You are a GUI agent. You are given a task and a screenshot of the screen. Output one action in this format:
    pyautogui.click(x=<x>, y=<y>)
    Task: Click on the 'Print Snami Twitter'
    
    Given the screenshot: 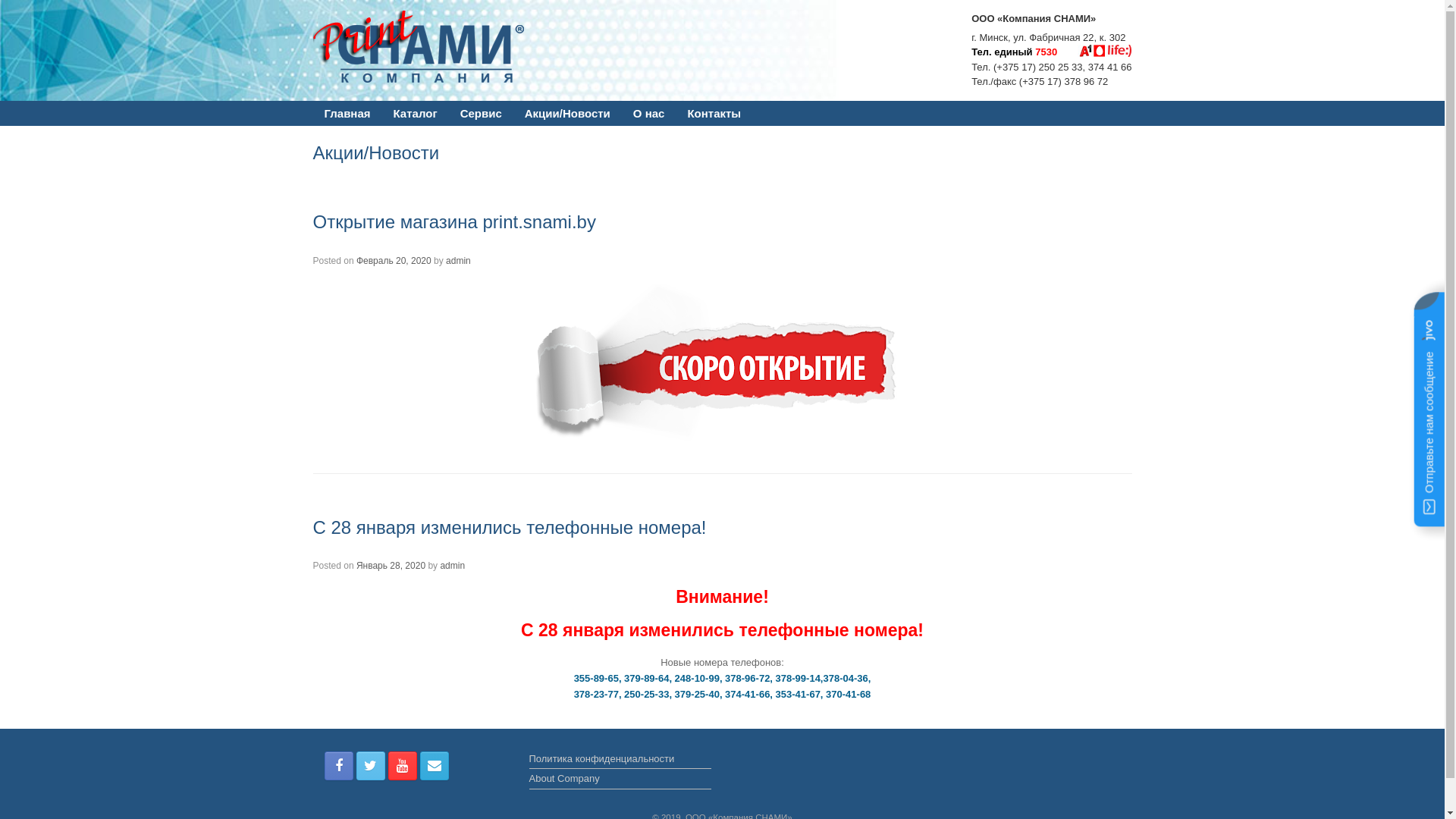 What is the action you would take?
    pyautogui.click(x=371, y=766)
    